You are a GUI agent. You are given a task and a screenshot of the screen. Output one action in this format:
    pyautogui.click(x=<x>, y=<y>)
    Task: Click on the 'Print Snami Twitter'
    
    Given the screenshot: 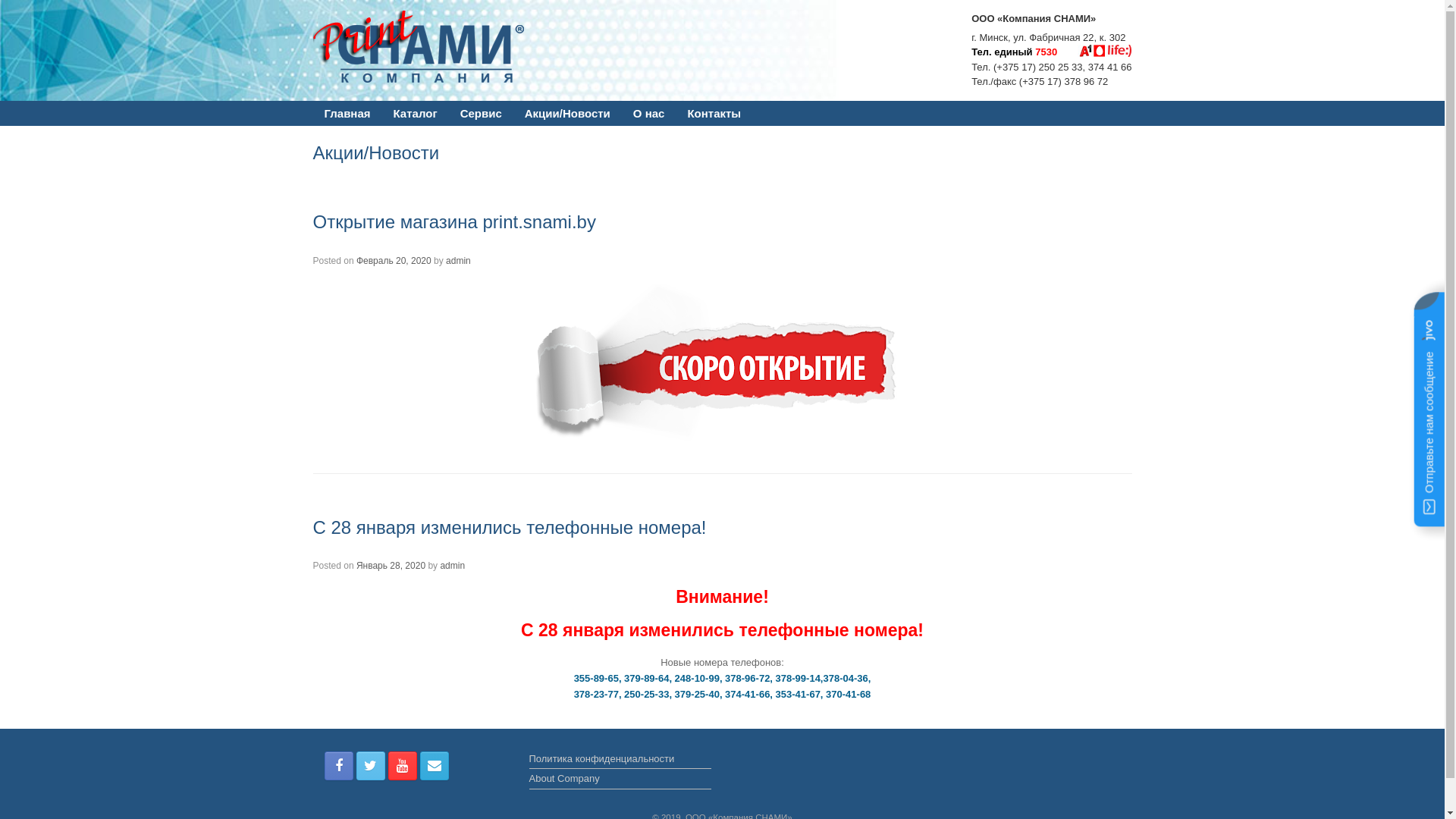 What is the action you would take?
    pyautogui.click(x=371, y=766)
    